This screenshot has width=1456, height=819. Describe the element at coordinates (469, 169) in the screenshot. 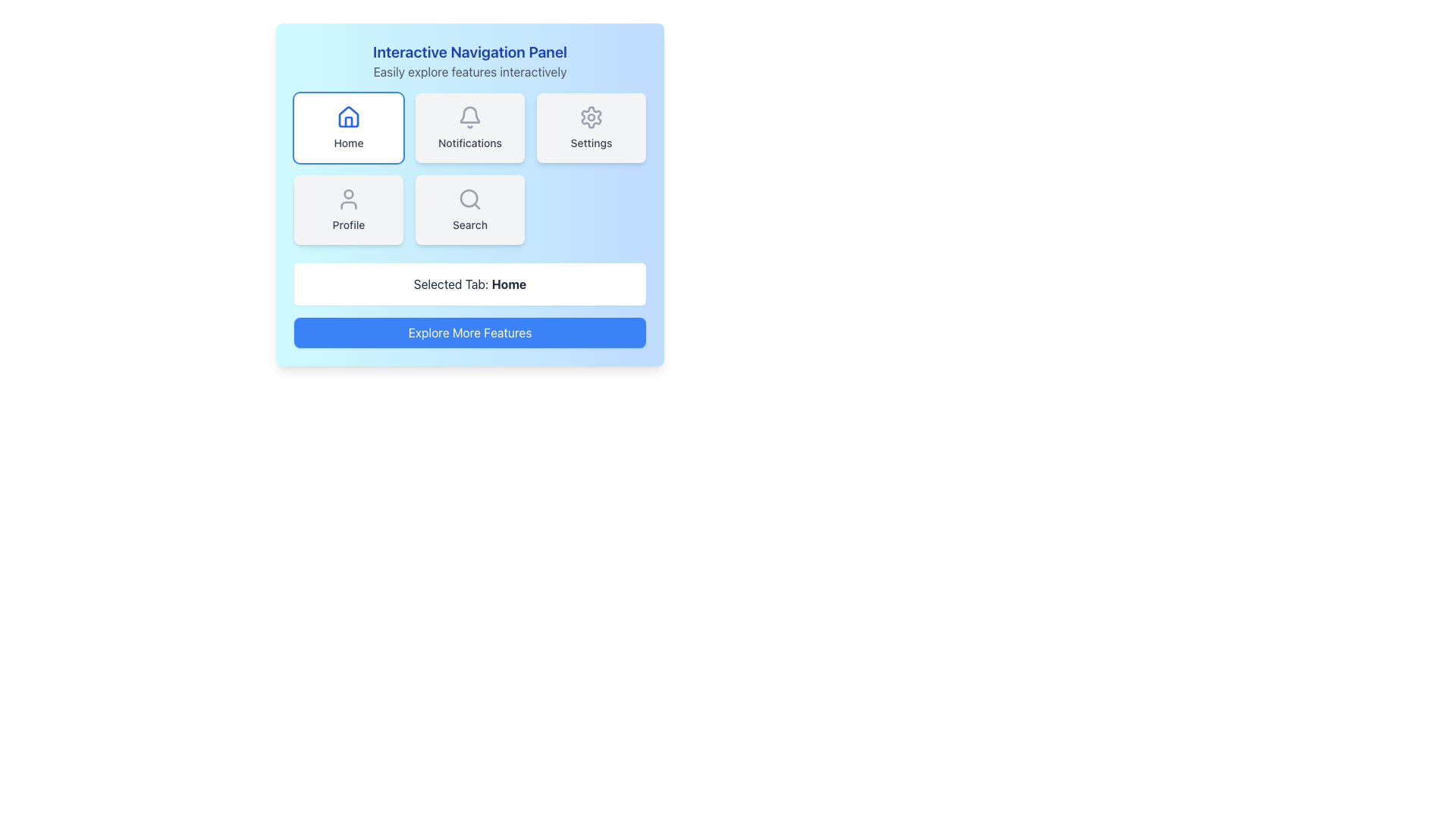

I see `the interactive buttons in the centrally located Grid layout of the 'Interactive Navigation Panel'` at that location.